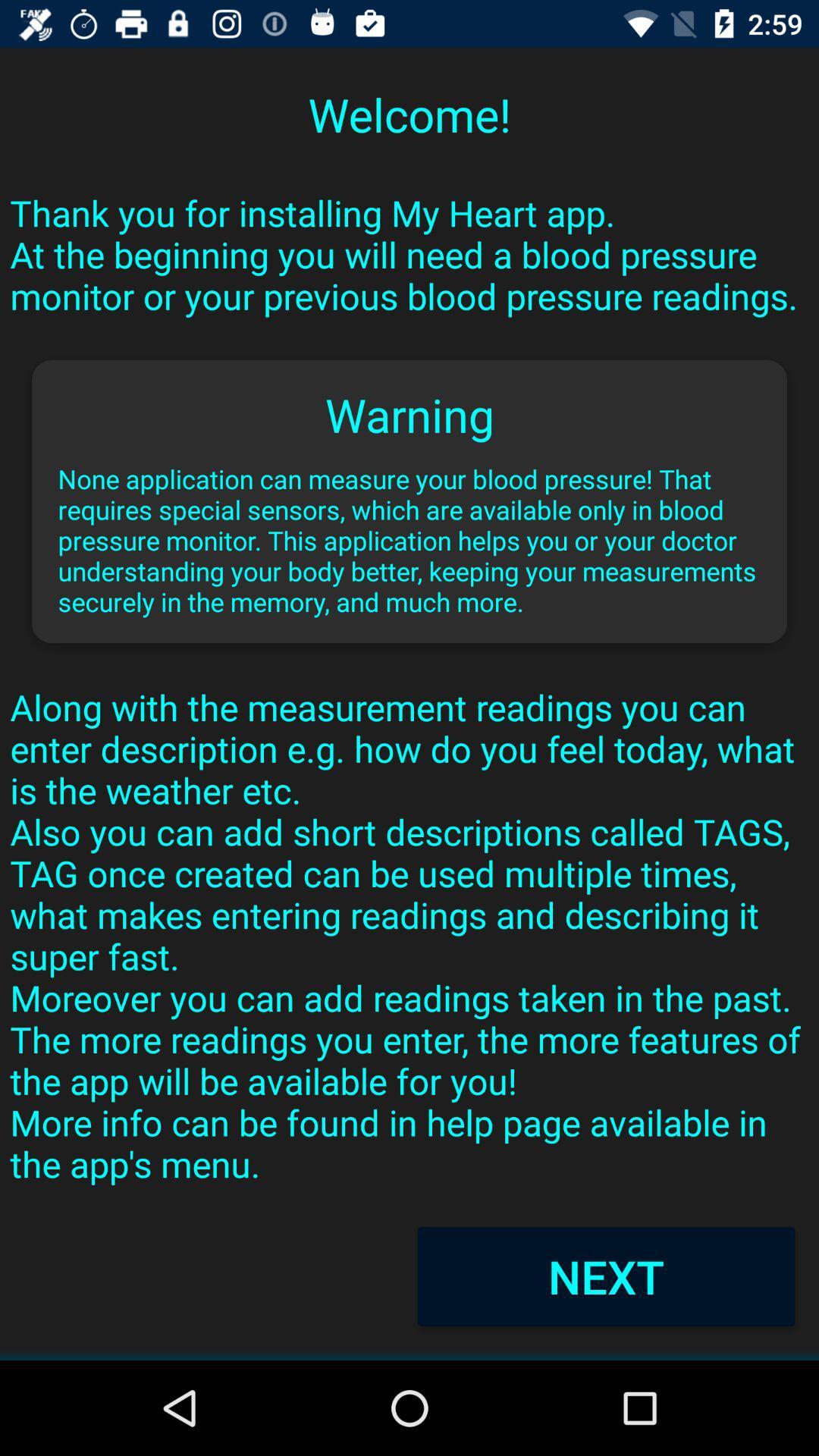 The width and height of the screenshot is (819, 1456). Describe the element at coordinates (605, 1276) in the screenshot. I see `the item below along with the item` at that location.